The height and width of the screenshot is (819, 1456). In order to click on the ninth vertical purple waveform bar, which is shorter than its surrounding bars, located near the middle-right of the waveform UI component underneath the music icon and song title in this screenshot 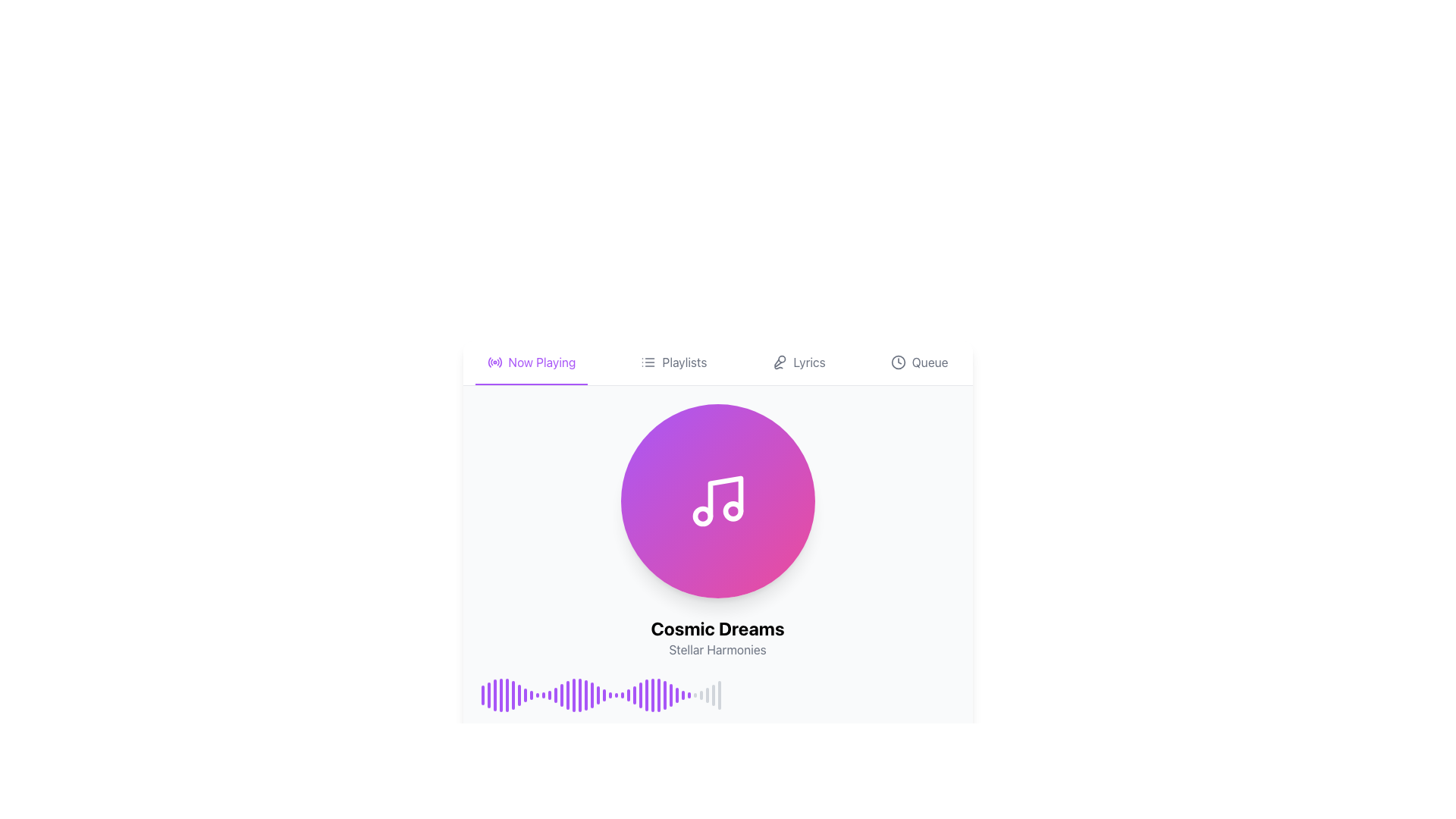, I will do `click(531, 695)`.